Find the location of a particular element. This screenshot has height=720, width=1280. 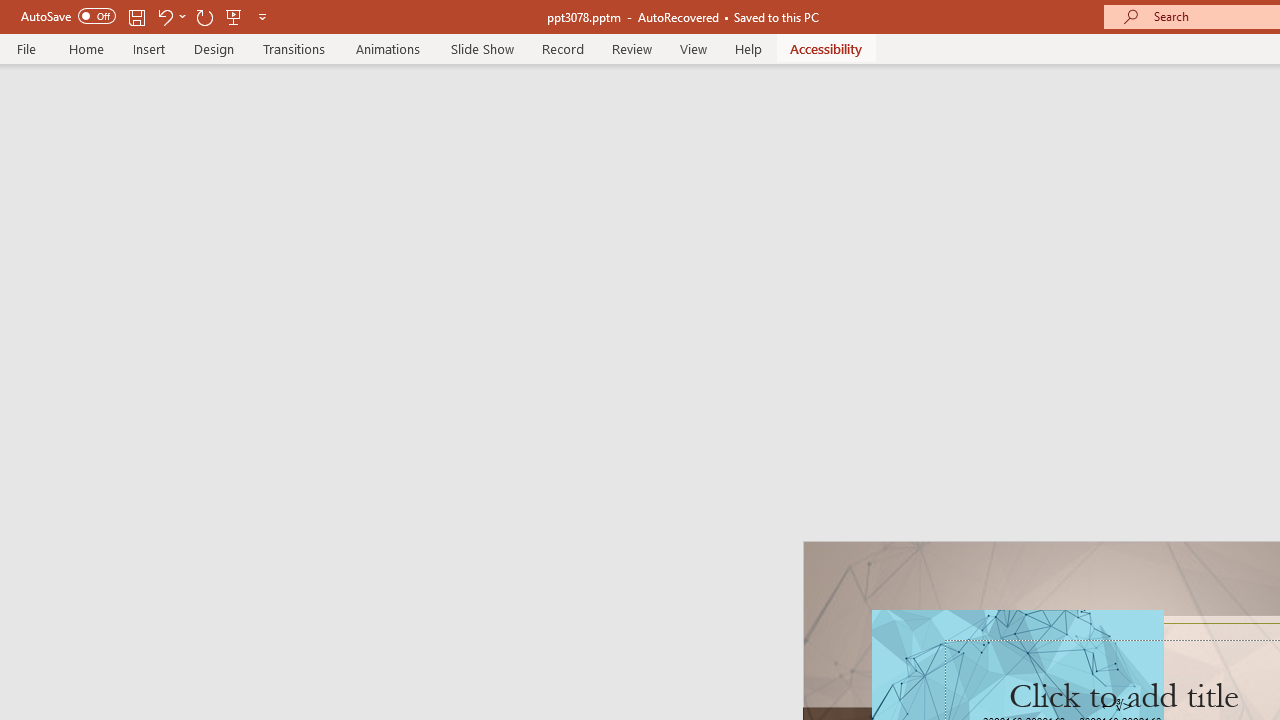

'Design' is located at coordinates (214, 48).